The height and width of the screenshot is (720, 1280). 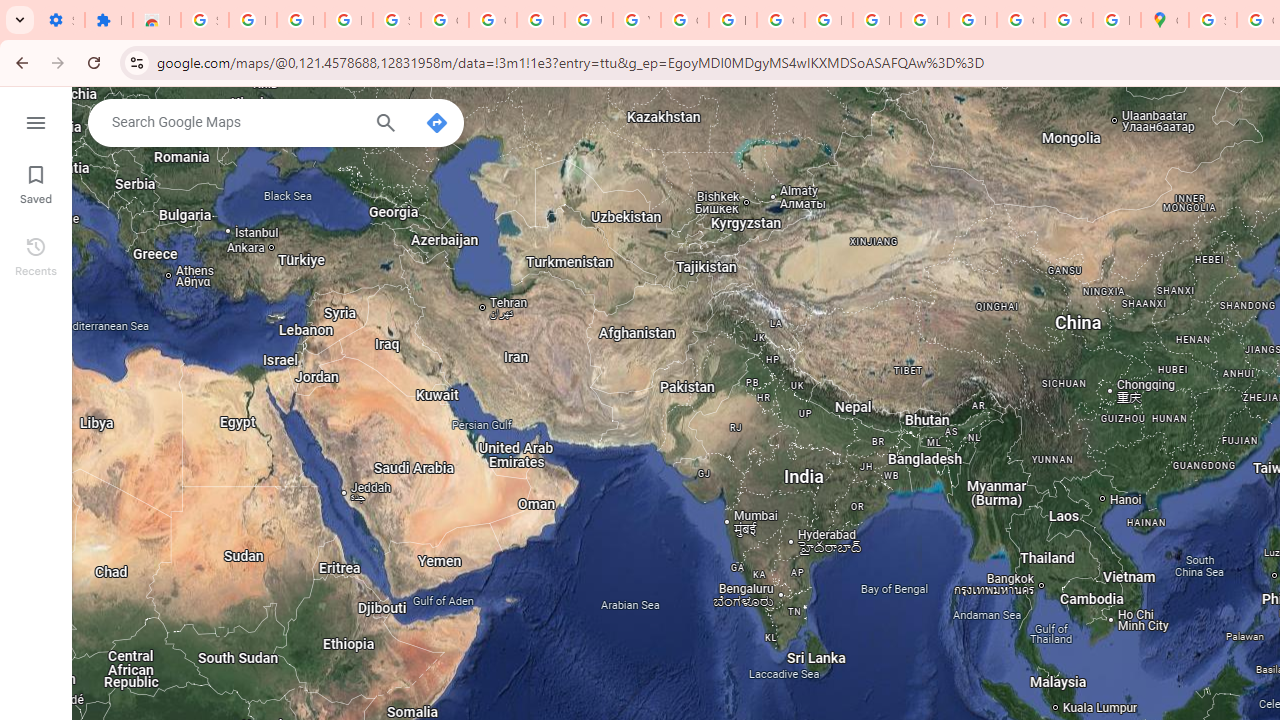 I want to click on 'Reviews: Helix Fruit Jump Arcade Game', so click(x=155, y=20).